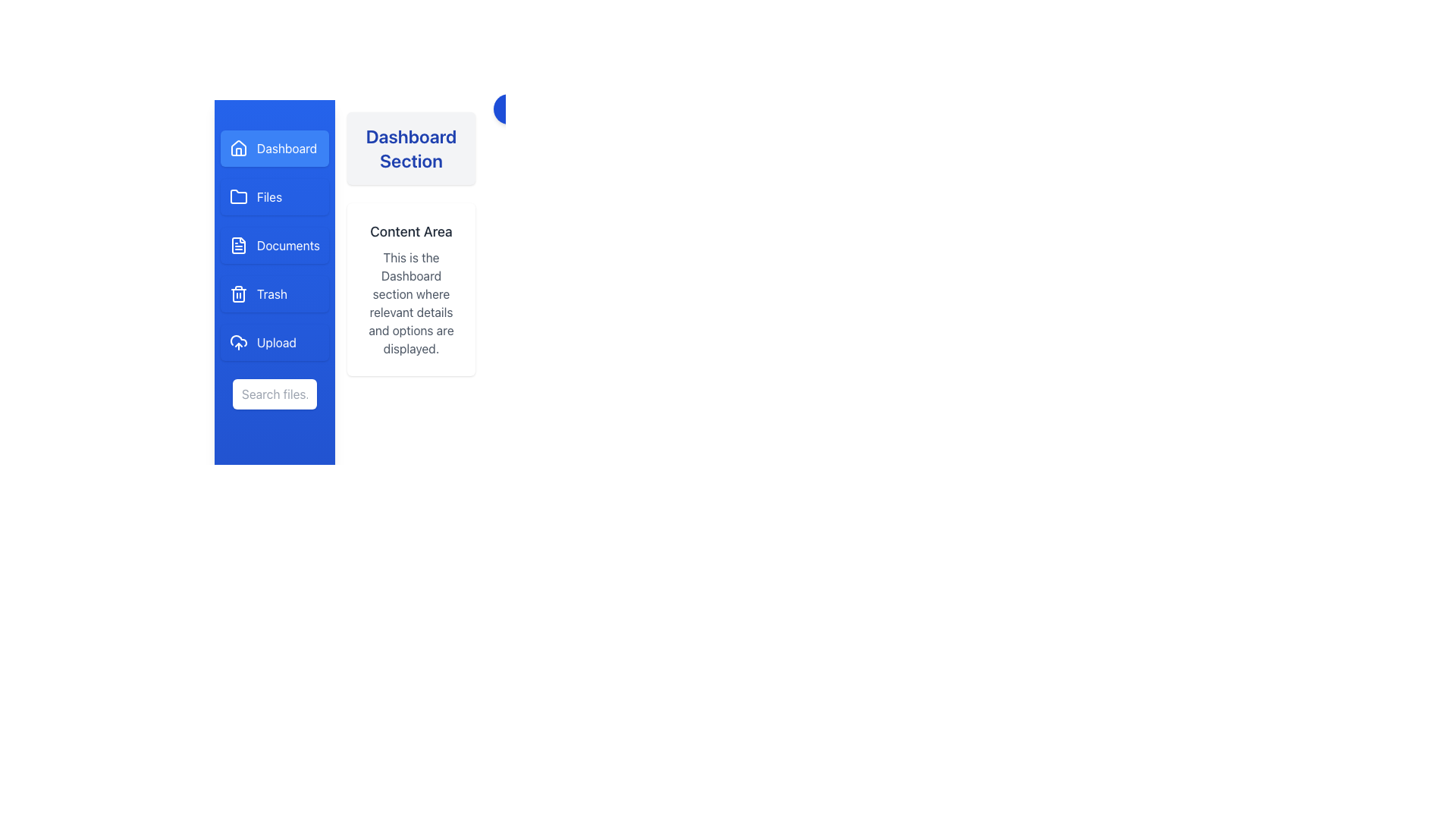 This screenshot has height=819, width=1456. I want to click on the Header text element that serves as a title for the section, located in the upper section of a card with a light gray background, so click(411, 149).